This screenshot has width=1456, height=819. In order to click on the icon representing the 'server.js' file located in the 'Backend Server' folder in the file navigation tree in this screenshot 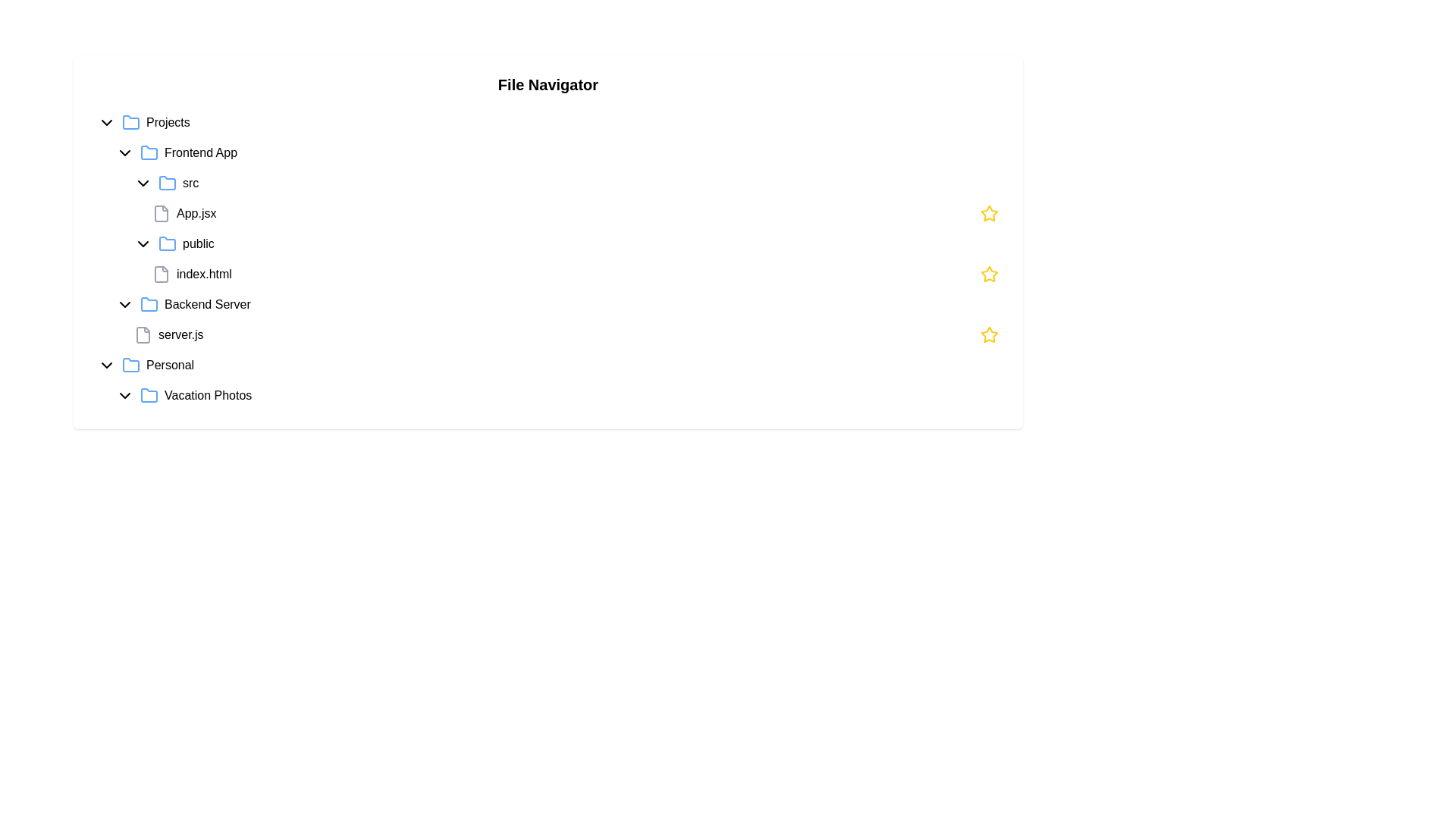, I will do `click(143, 334)`.